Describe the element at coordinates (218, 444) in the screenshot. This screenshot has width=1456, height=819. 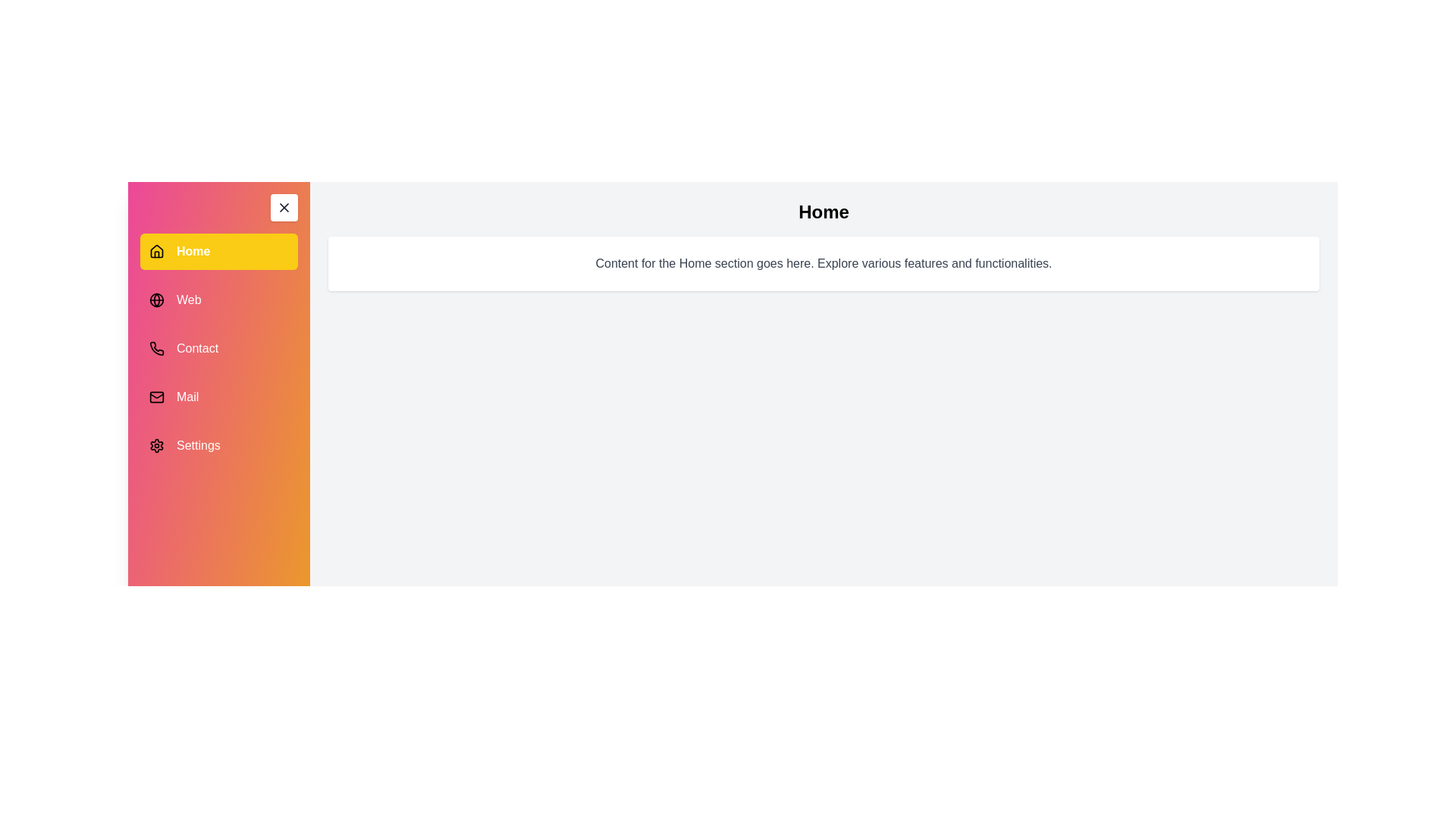
I see `the menu item Settings to view its associated content` at that location.